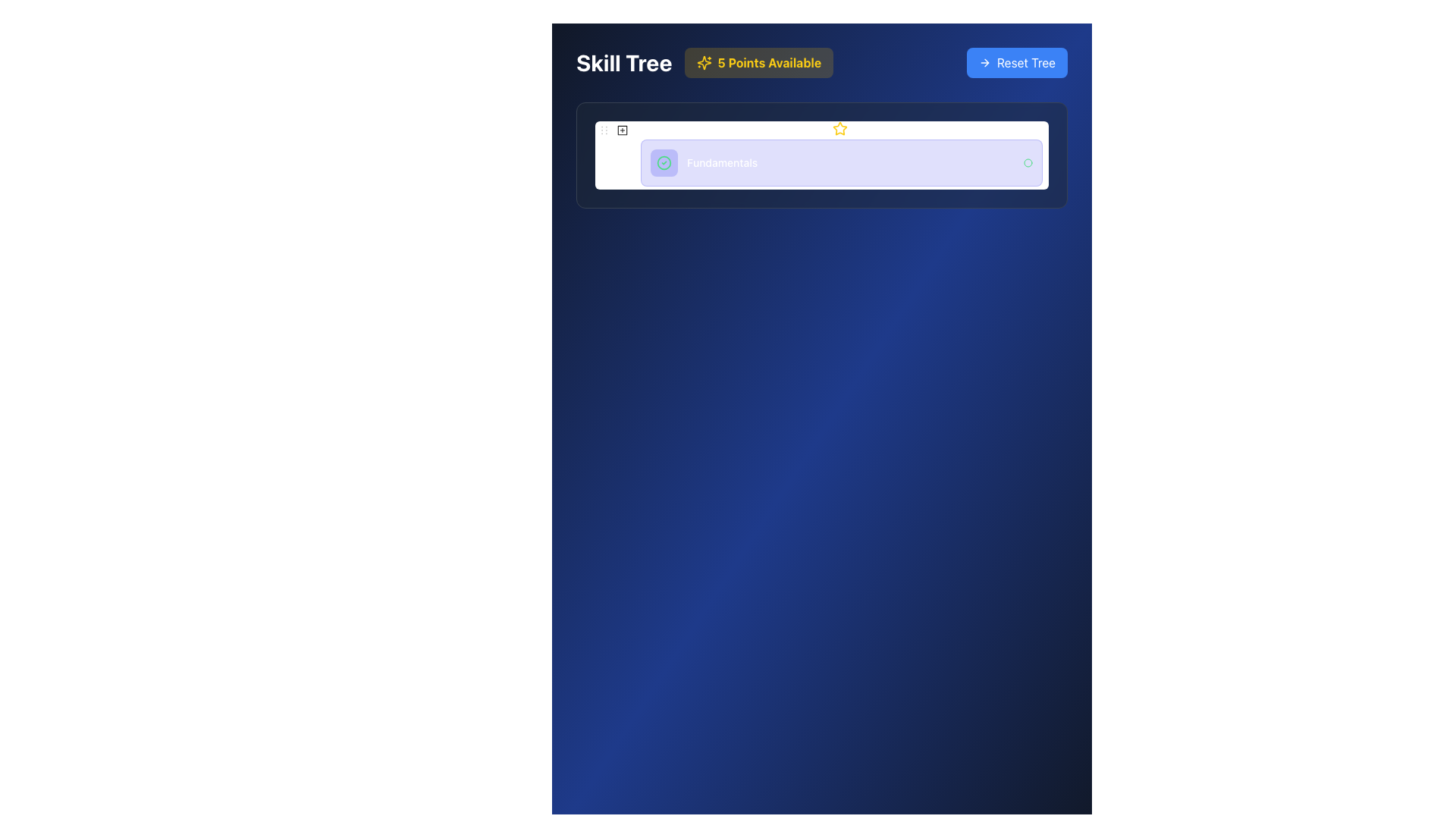  What do you see at coordinates (704, 62) in the screenshot?
I see `available points from the Composite Component that serves as a header for the skill tree interface, positioned to the left of the 'Reset Tree' button` at bounding box center [704, 62].